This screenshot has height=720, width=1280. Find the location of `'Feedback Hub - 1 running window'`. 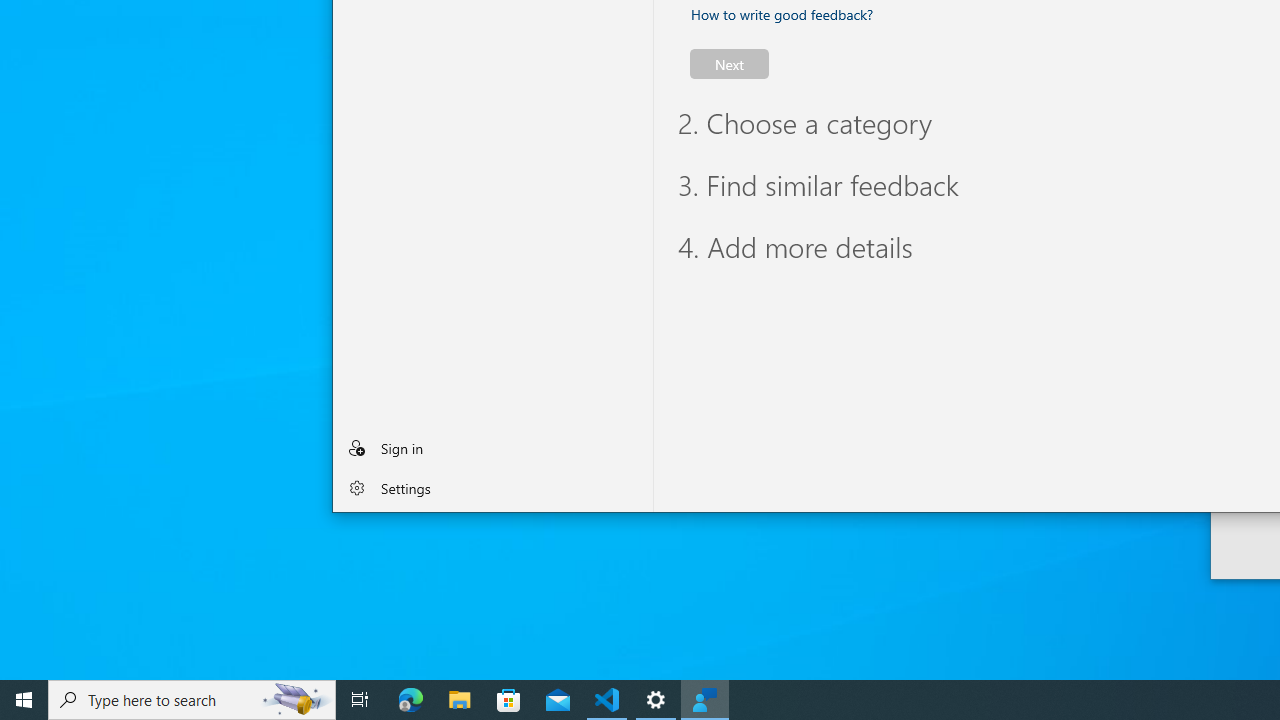

'Feedback Hub - 1 running window' is located at coordinates (705, 698).